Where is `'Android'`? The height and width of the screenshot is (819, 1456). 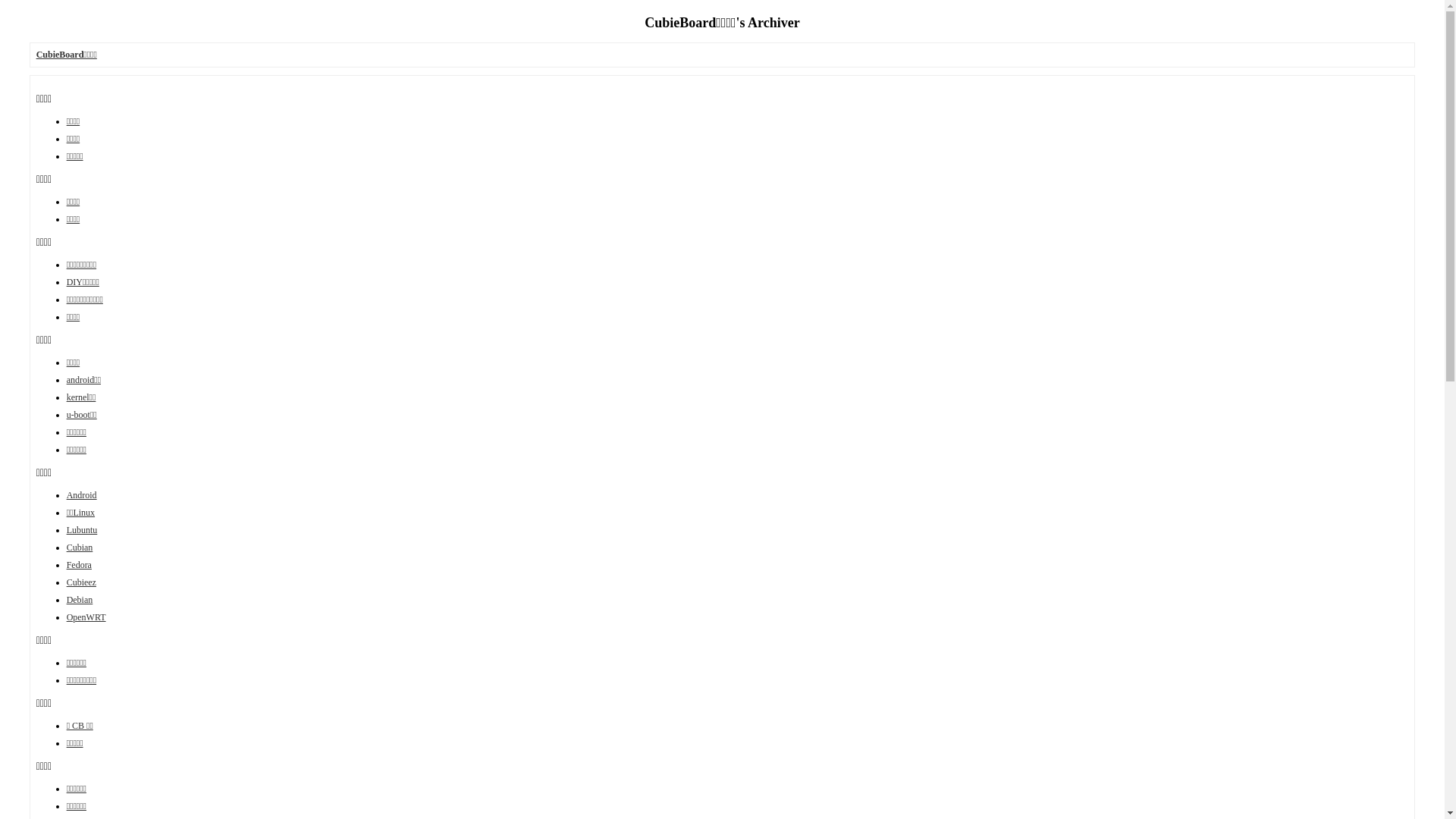
'Android' is located at coordinates (80, 494).